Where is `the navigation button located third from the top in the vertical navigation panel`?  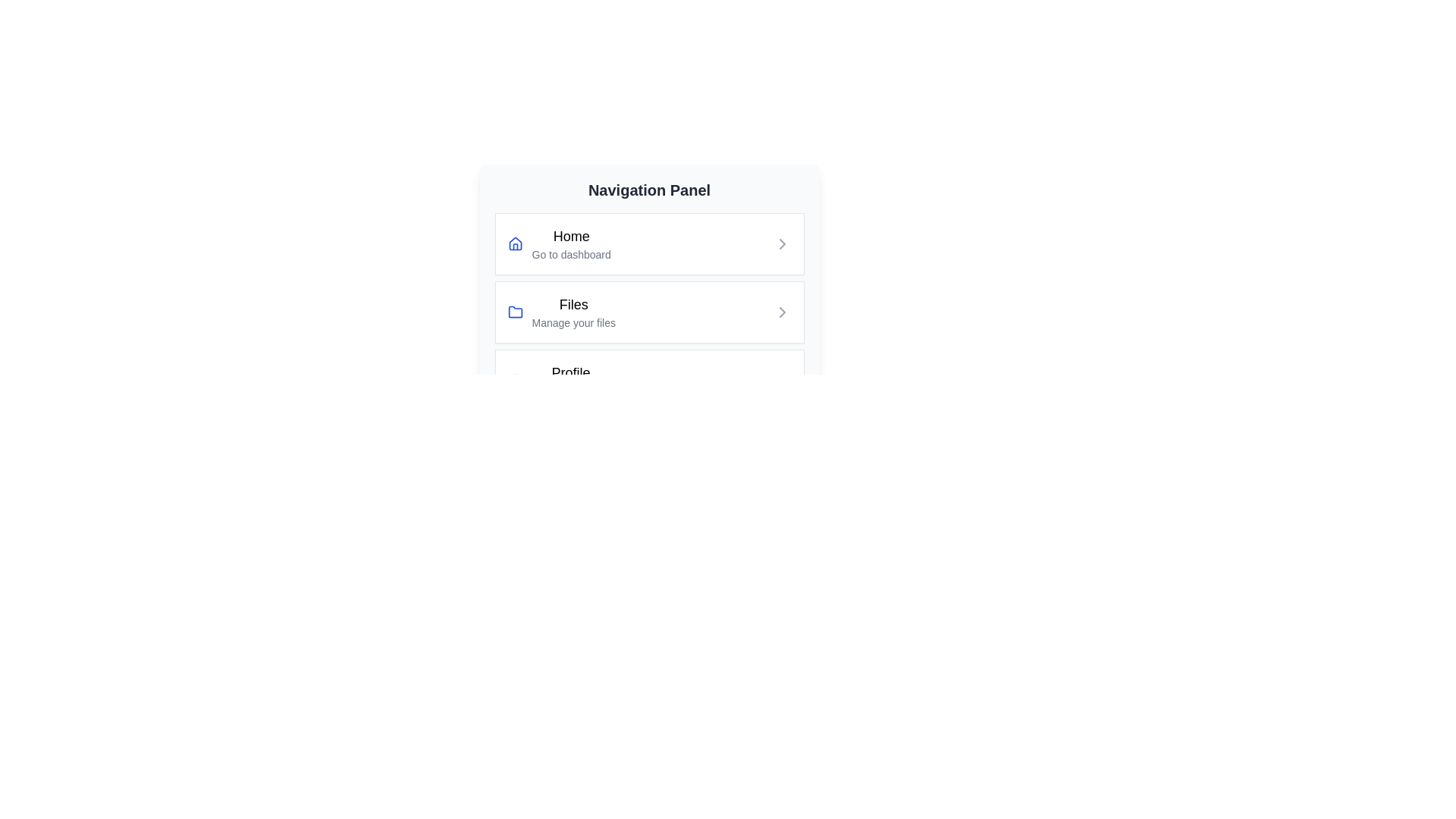
the navigation button located third from the top in the vertical navigation panel is located at coordinates (649, 379).